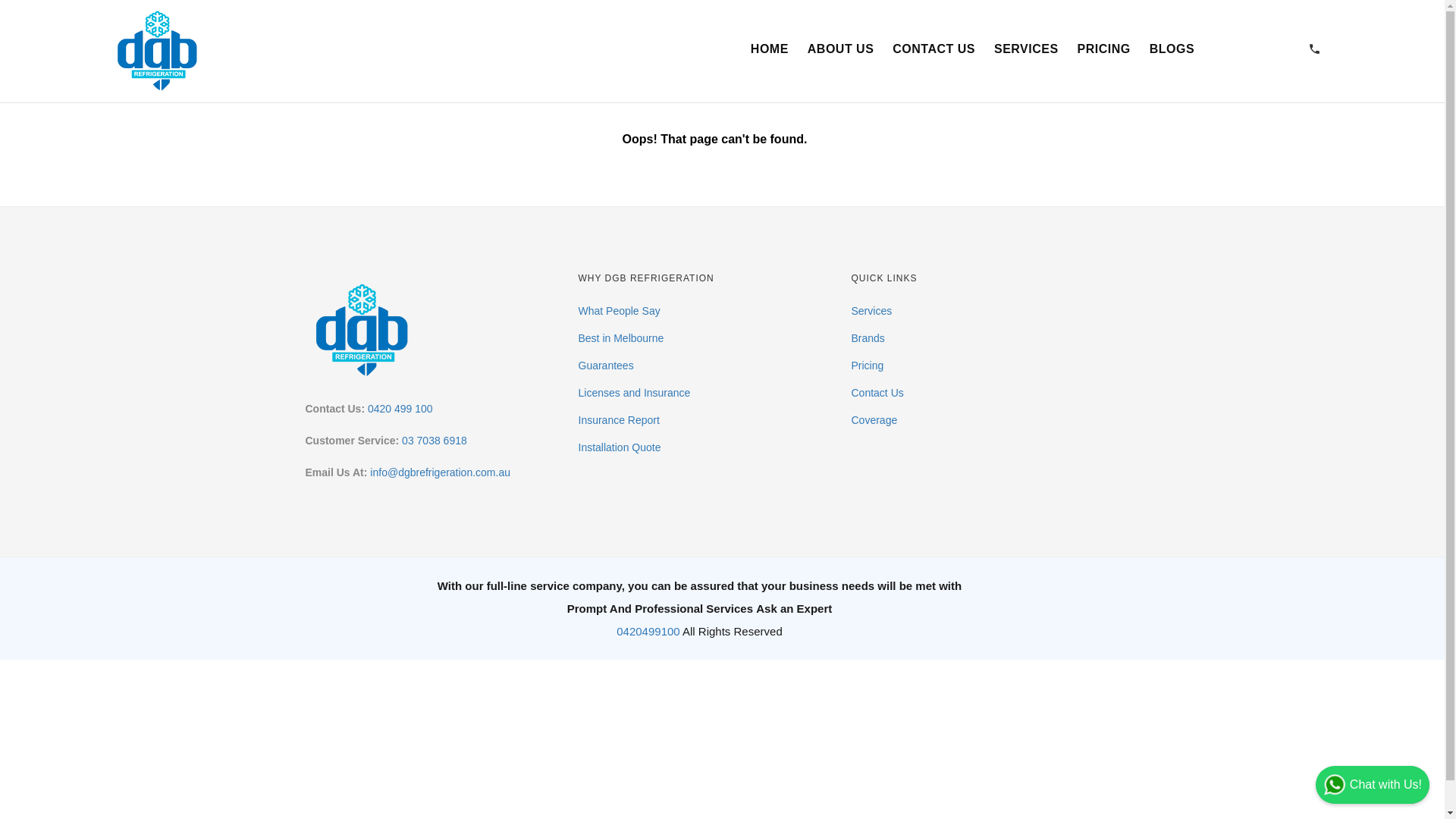 The height and width of the screenshot is (819, 1456). I want to click on 'Pricing', so click(867, 366).